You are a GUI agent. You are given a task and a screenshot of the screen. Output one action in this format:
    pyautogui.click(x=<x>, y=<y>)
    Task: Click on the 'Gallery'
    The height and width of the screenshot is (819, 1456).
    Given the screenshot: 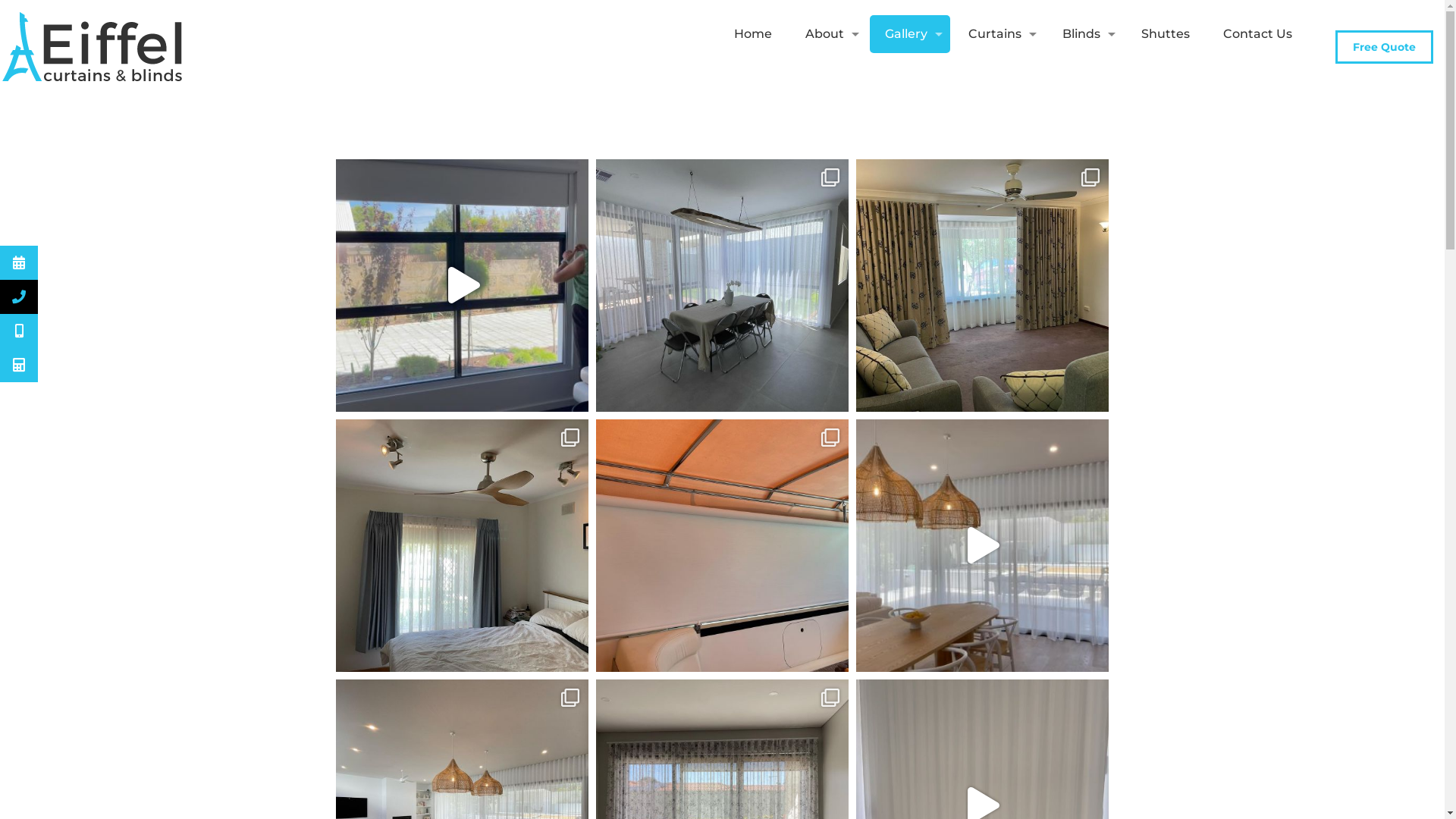 What is the action you would take?
    pyautogui.click(x=910, y=34)
    